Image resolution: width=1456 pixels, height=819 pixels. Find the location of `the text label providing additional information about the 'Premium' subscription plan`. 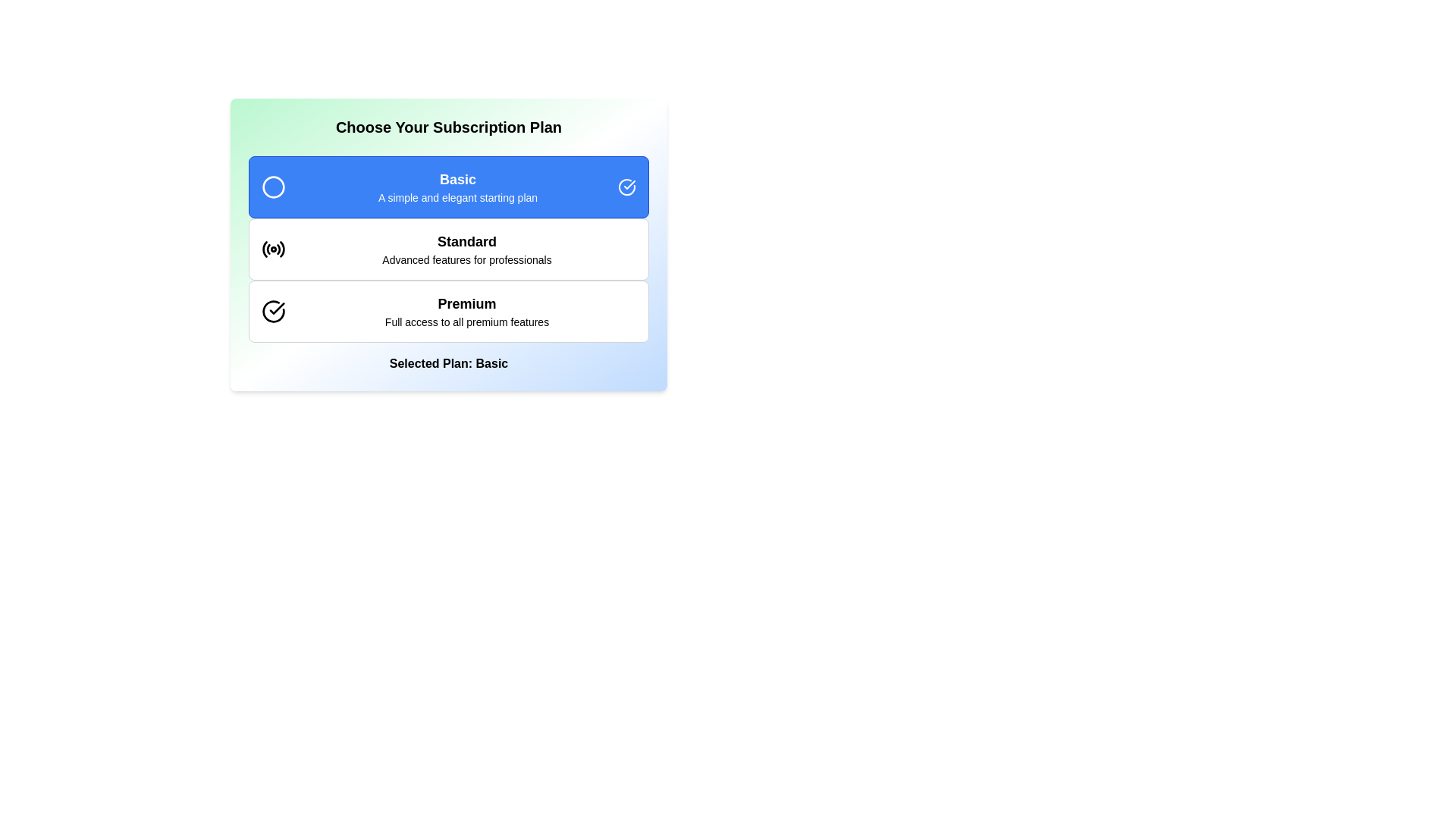

the text label providing additional information about the 'Premium' subscription plan is located at coordinates (466, 321).